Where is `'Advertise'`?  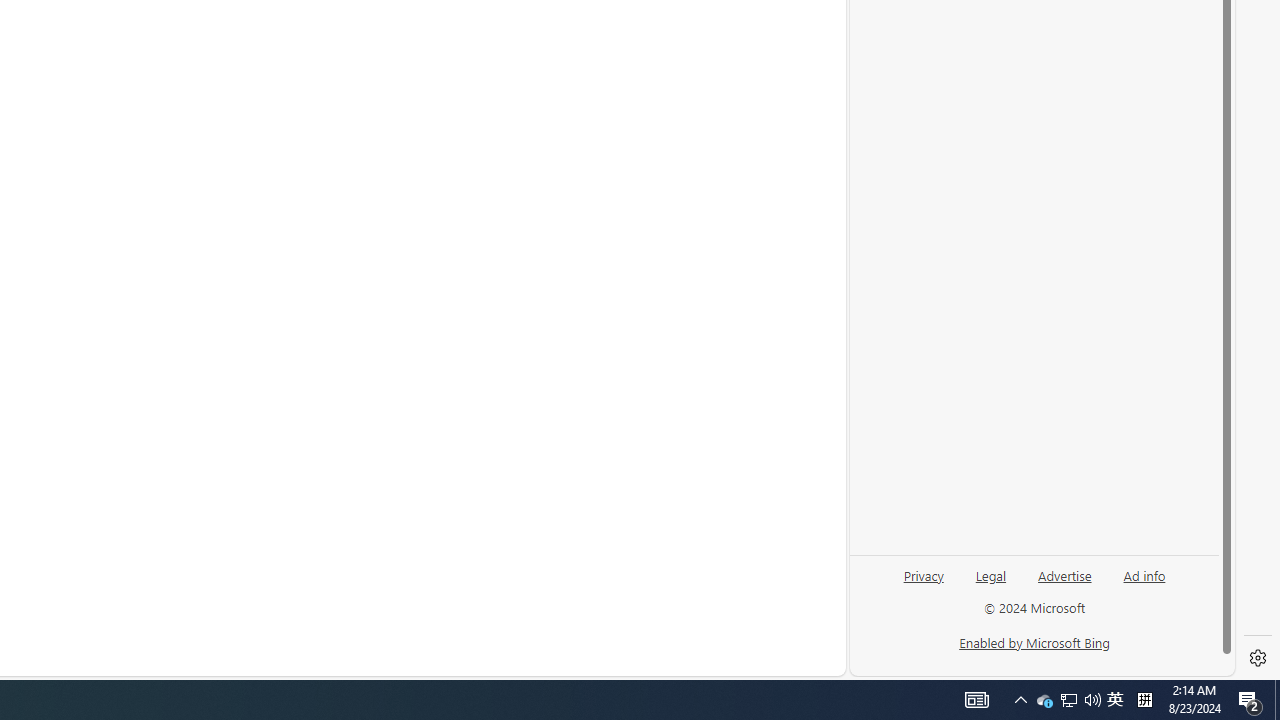 'Advertise' is located at coordinates (1063, 583).